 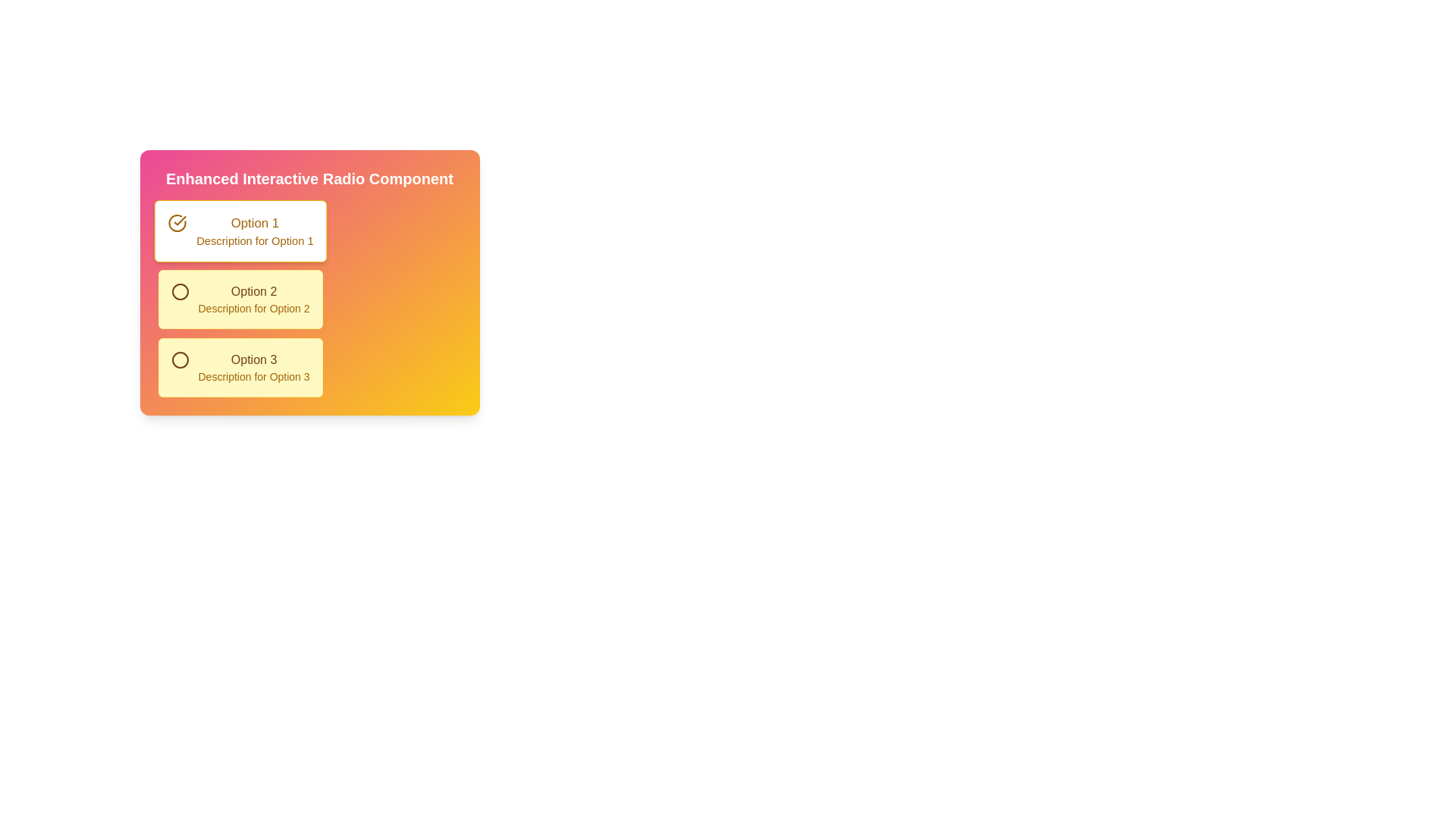 I want to click on the circular brown icon with a checkmark inside, representing the selected option in Option 1 of the vertically stacked list, so click(x=177, y=223).